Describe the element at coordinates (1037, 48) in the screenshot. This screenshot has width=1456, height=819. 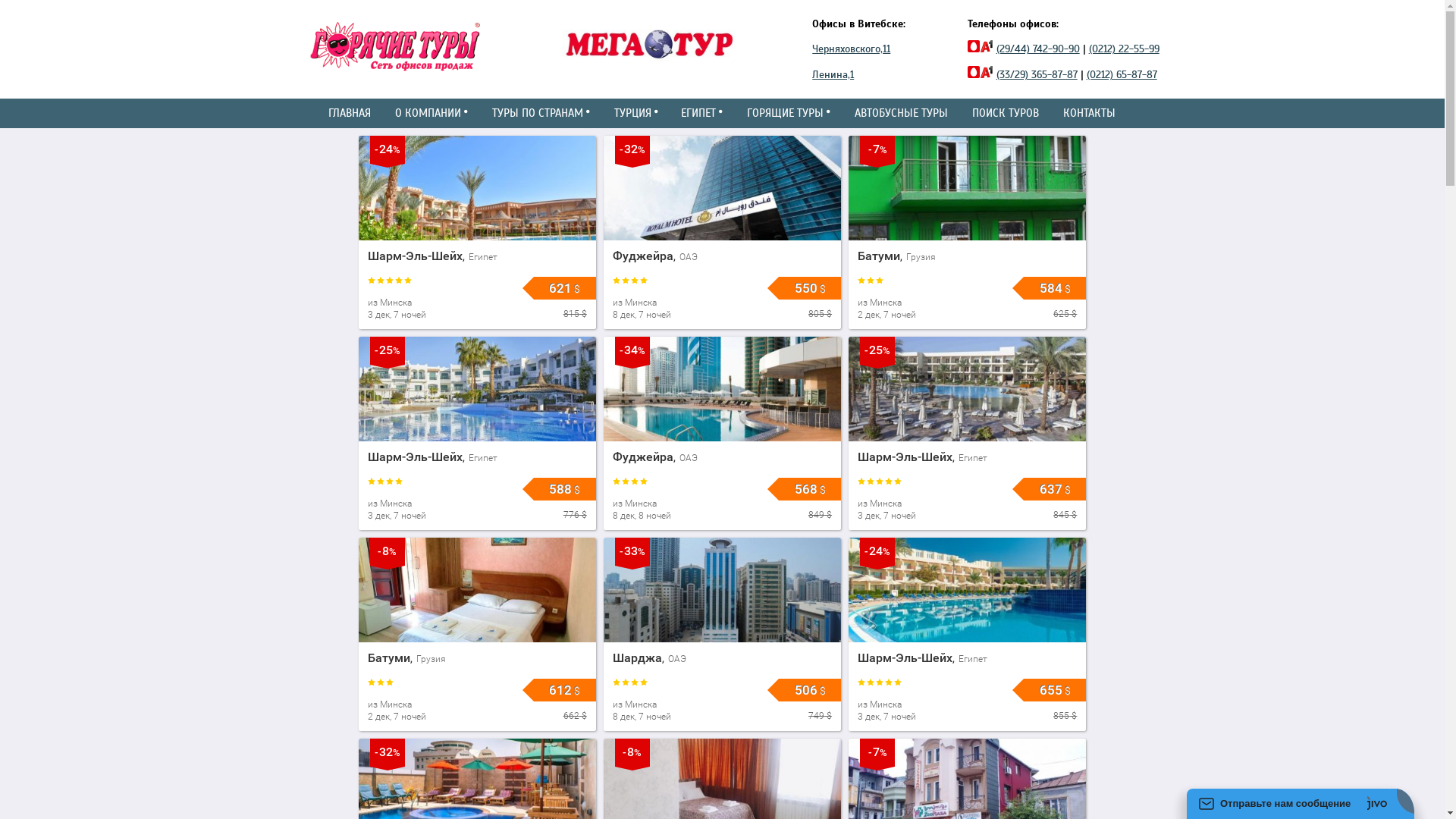
I see `'(29/44) 742-90-90'` at that location.